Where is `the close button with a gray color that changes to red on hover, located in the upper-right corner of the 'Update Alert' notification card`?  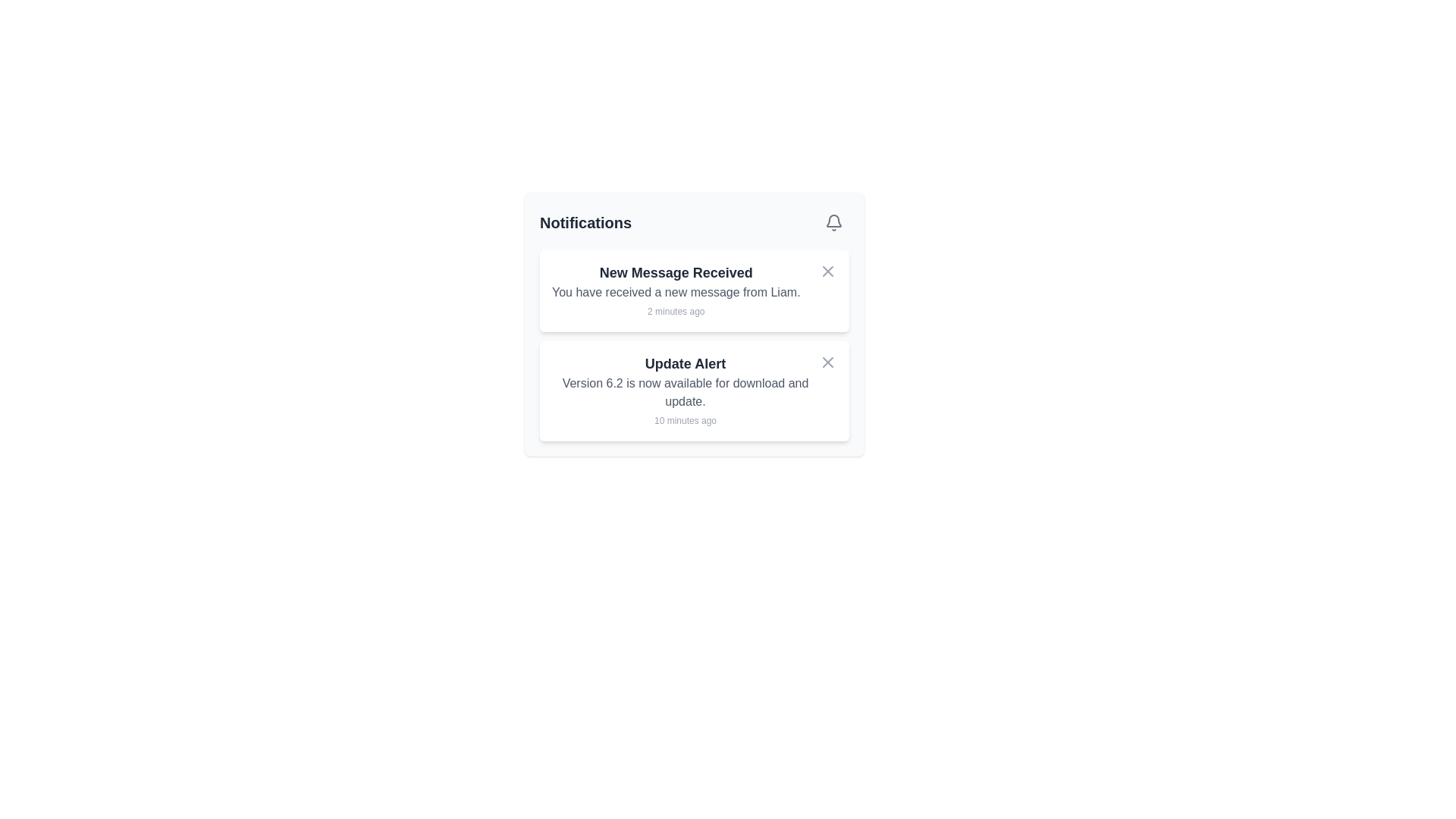
the close button with a gray color that changes to red on hover, located in the upper-right corner of the 'Update Alert' notification card is located at coordinates (827, 362).